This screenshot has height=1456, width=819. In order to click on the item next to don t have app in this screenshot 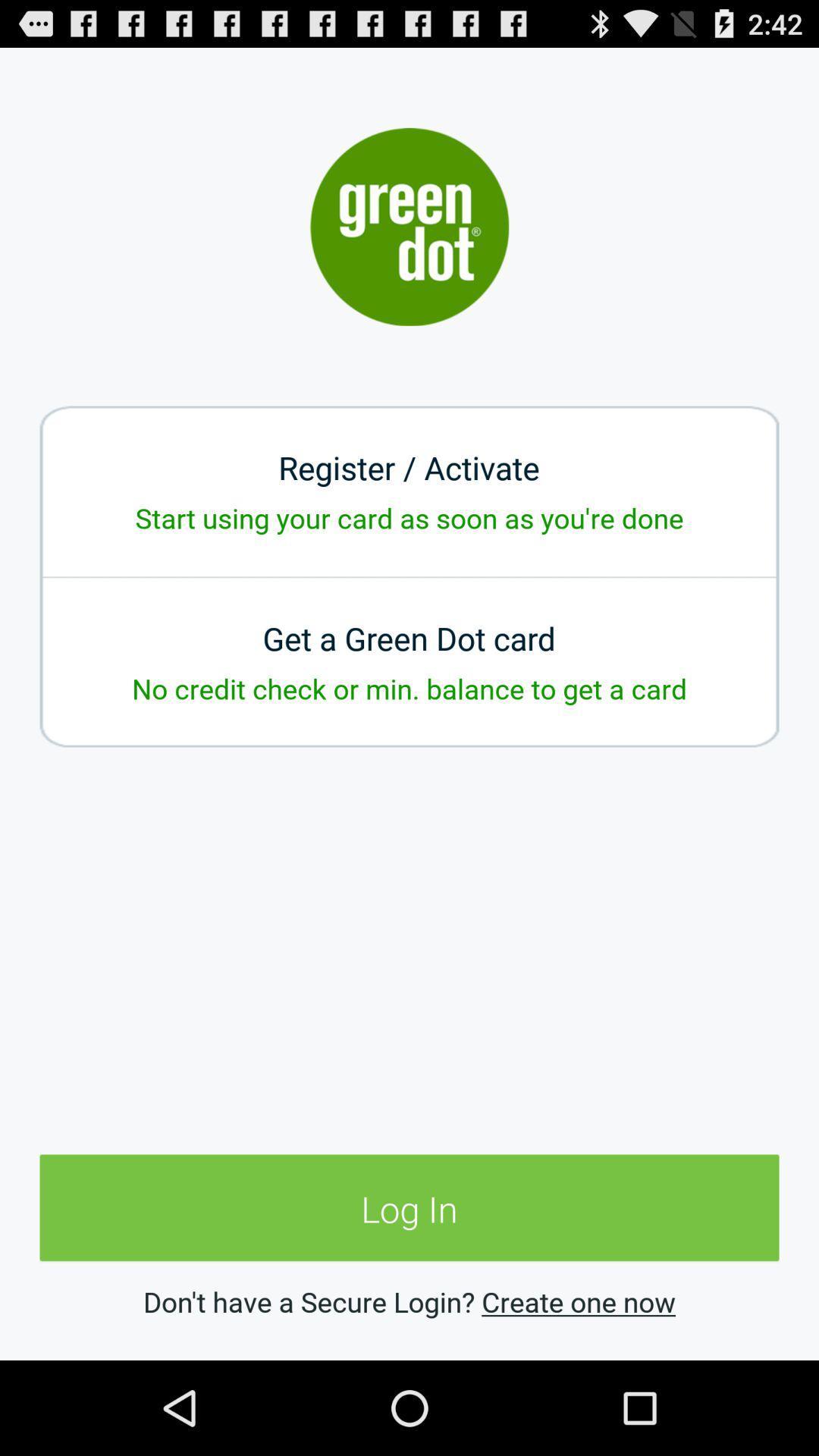, I will do `click(579, 1301)`.